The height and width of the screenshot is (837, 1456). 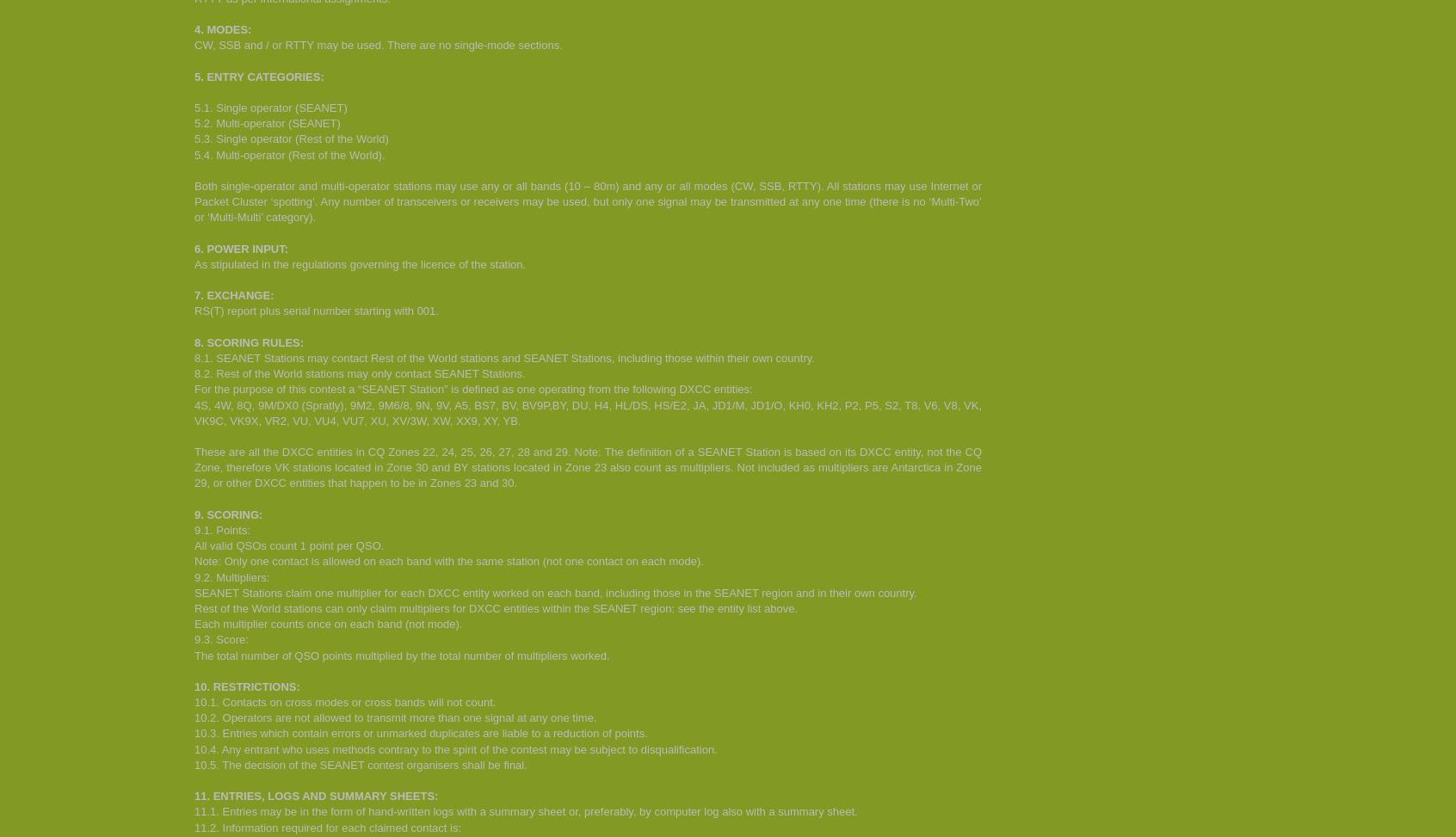 What do you see at coordinates (360, 263) in the screenshot?
I see `'As stipulated in the regulations governing the licence of the station.'` at bounding box center [360, 263].